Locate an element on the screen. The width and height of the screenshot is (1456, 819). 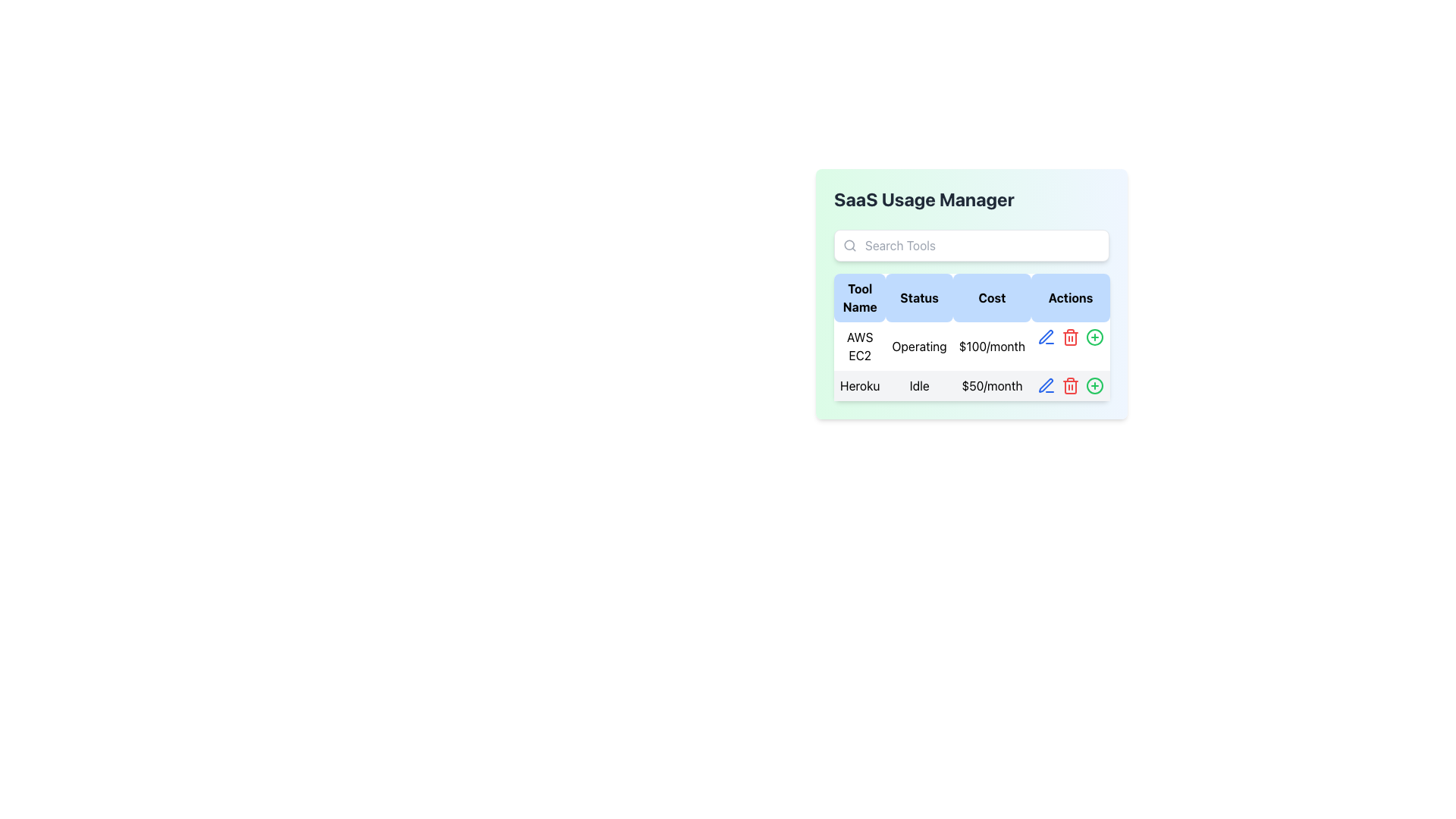
the interactive button associated with 'Heroku' in the Actions column is located at coordinates (1095, 336).